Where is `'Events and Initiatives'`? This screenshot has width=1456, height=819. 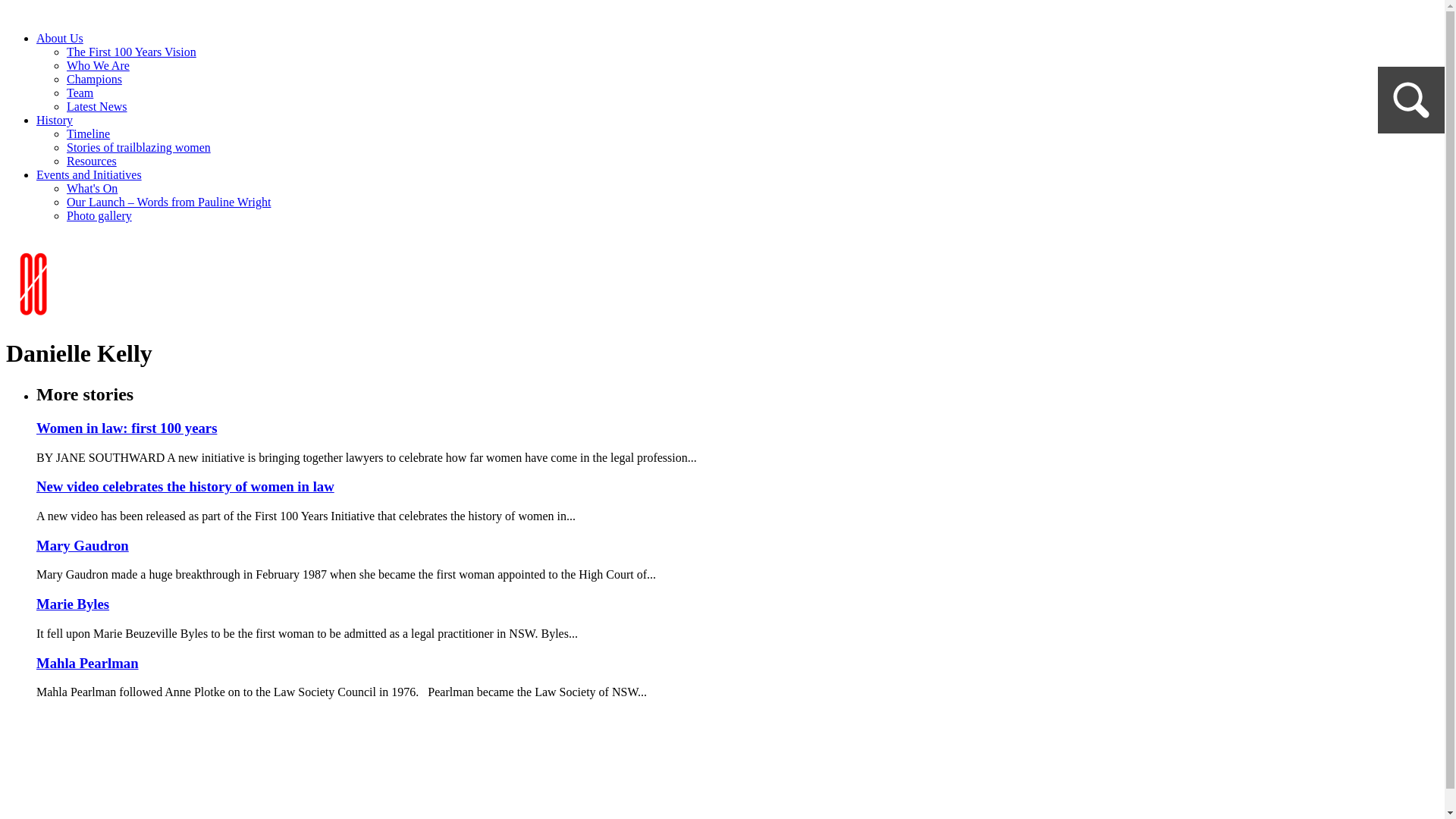
'Events and Initiatives' is located at coordinates (88, 174).